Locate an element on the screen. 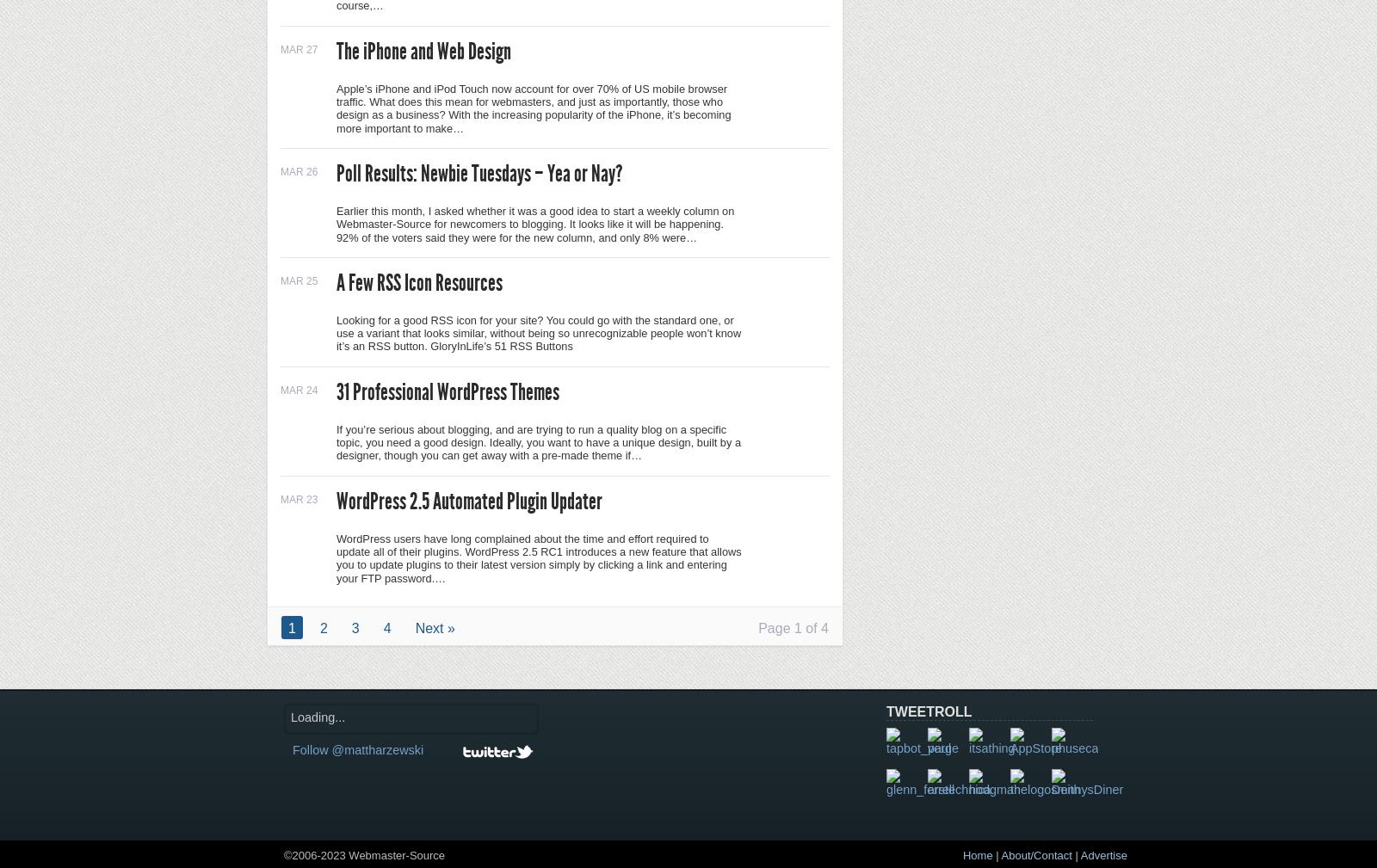 The height and width of the screenshot is (868, 1377). 'If you’re serious about blogging, and are trying to run a quality blog on a specific topic, you need a good design. Ideally, you want to have a unique design, built by a designer, though you can get away with a pre-made theme if…' is located at coordinates (538, 441).